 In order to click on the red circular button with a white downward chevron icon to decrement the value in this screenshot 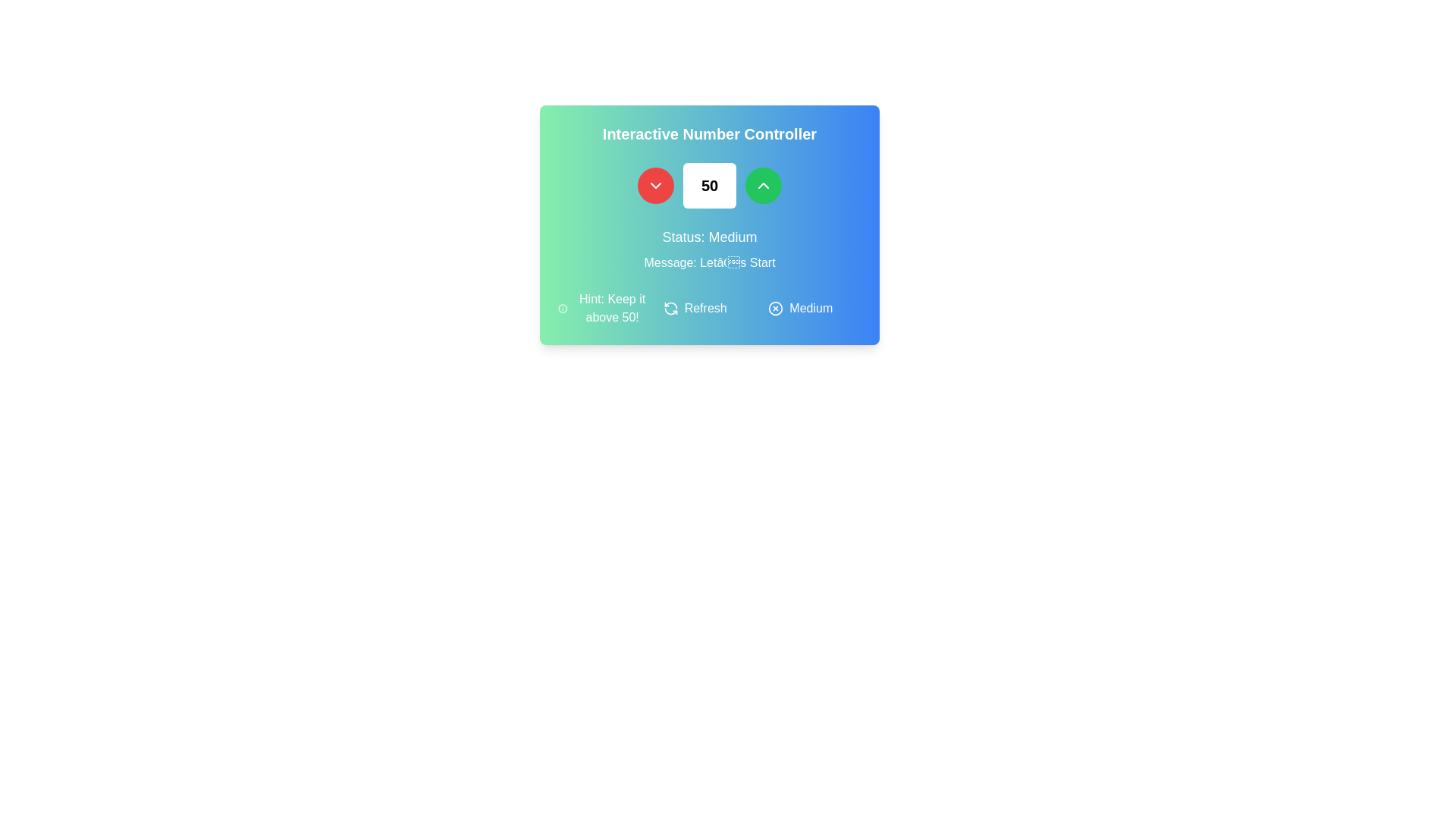, I will do `click(655, 185)`.